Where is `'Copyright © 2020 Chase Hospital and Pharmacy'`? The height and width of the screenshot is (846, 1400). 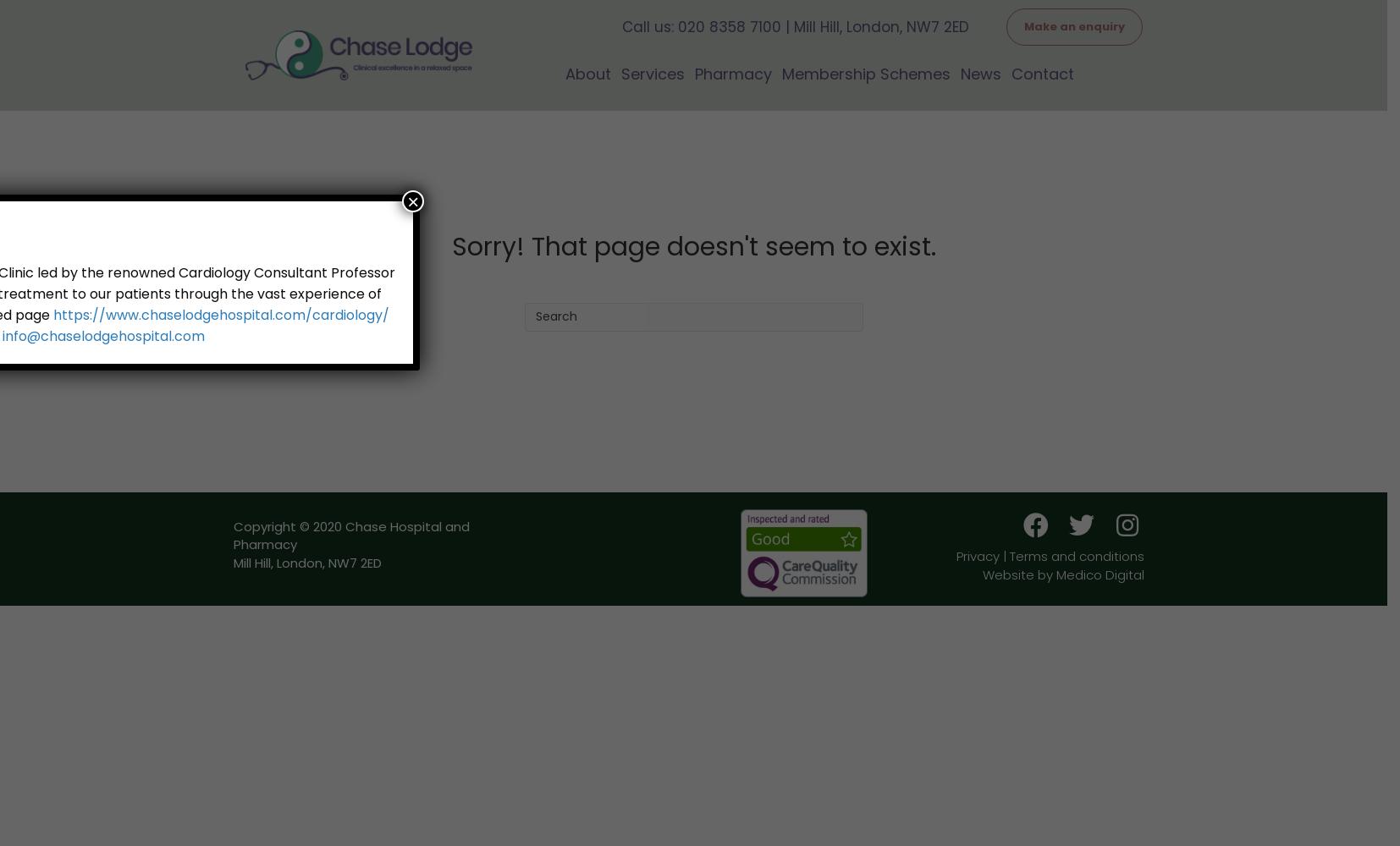 'Copyright © 2020 Chase Hospital and Pharmacy' is located at coordinates (232, 535).